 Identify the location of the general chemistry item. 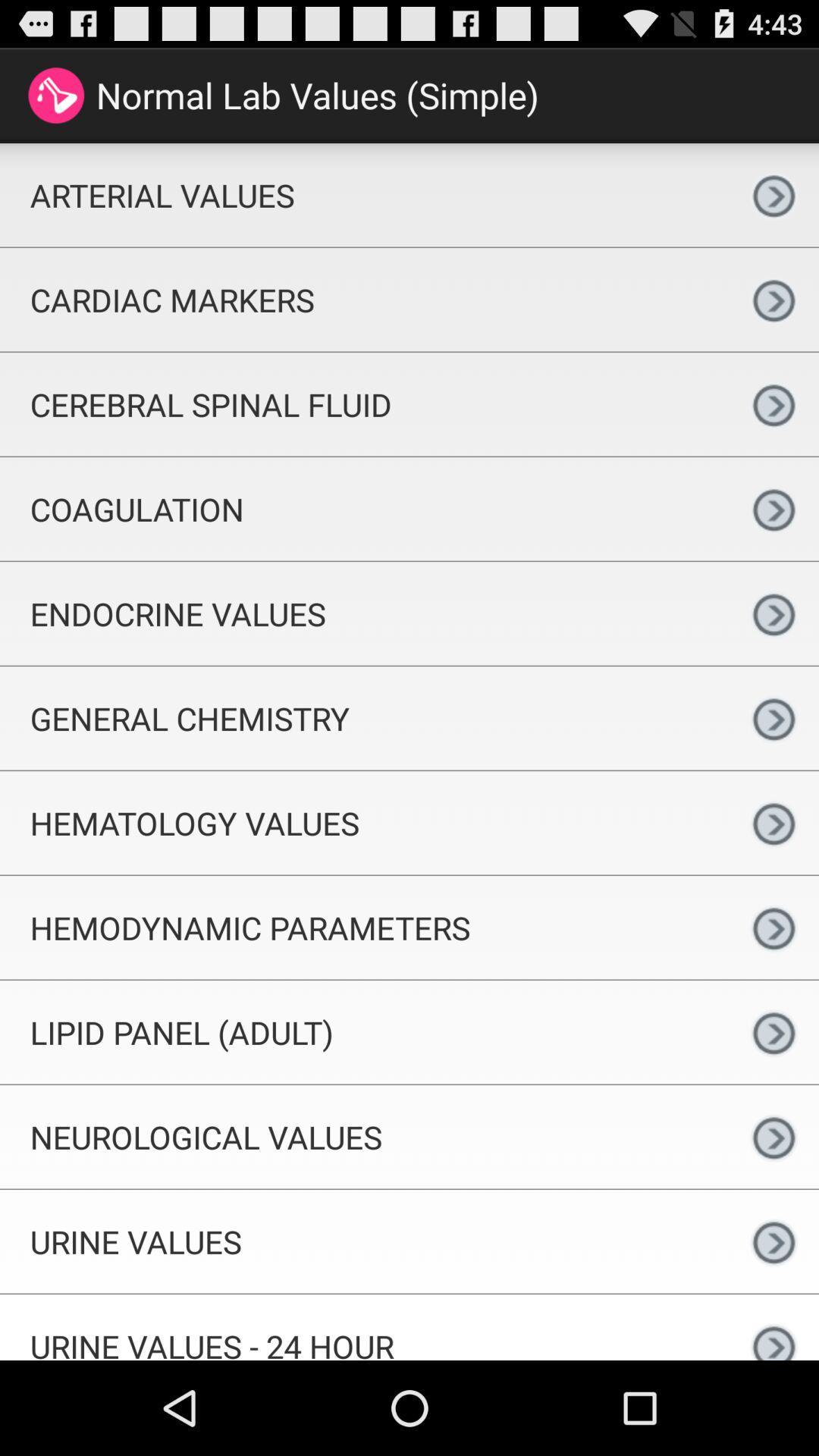
(364, 717).